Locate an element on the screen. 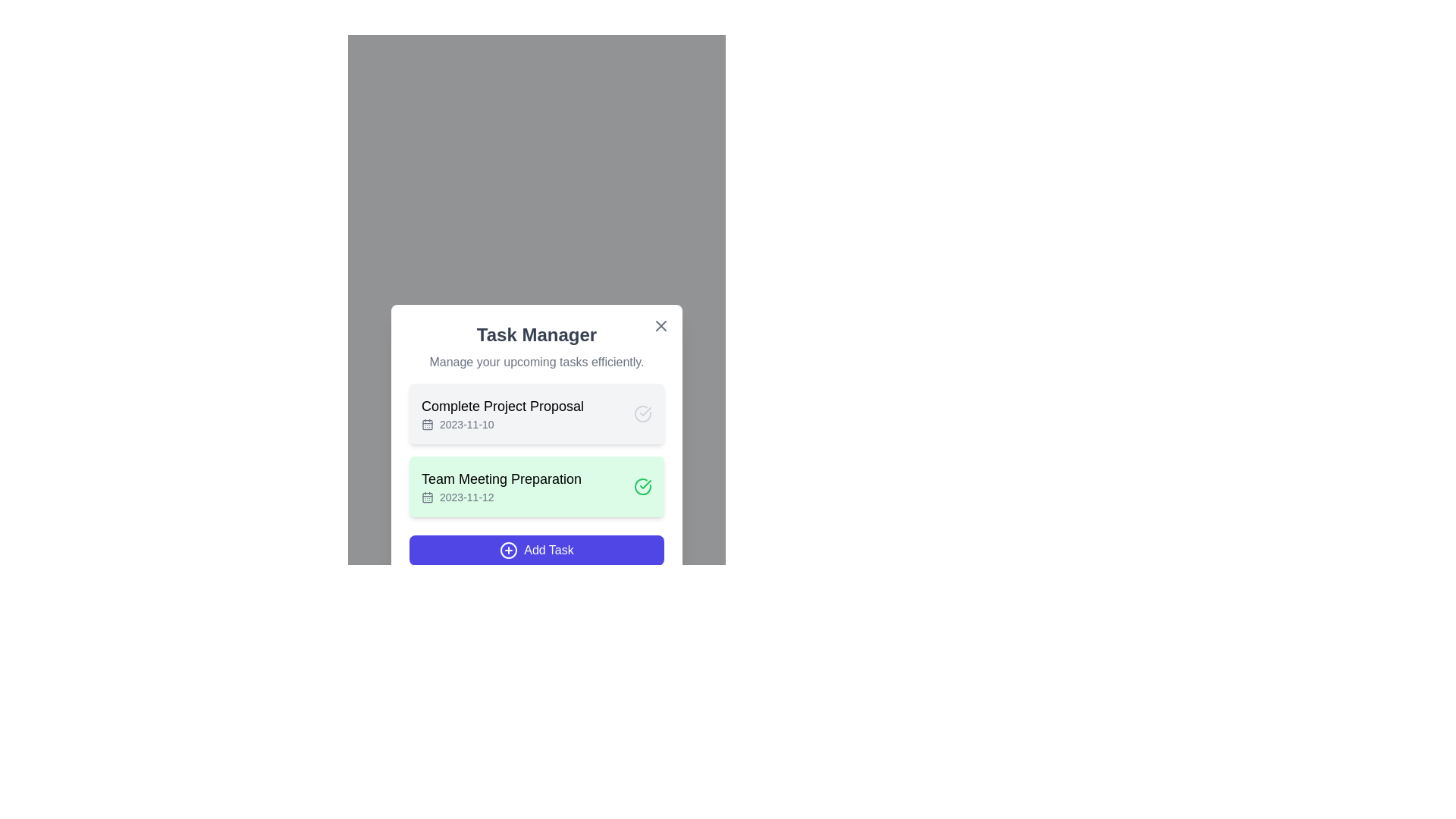 This screenshot has width=1456, height=819. text label stating 'Manage your upcoming tasks efficiently.' which is located directly below the title 'Task Manager' in the panel interface is located at coordinates (537, 362).